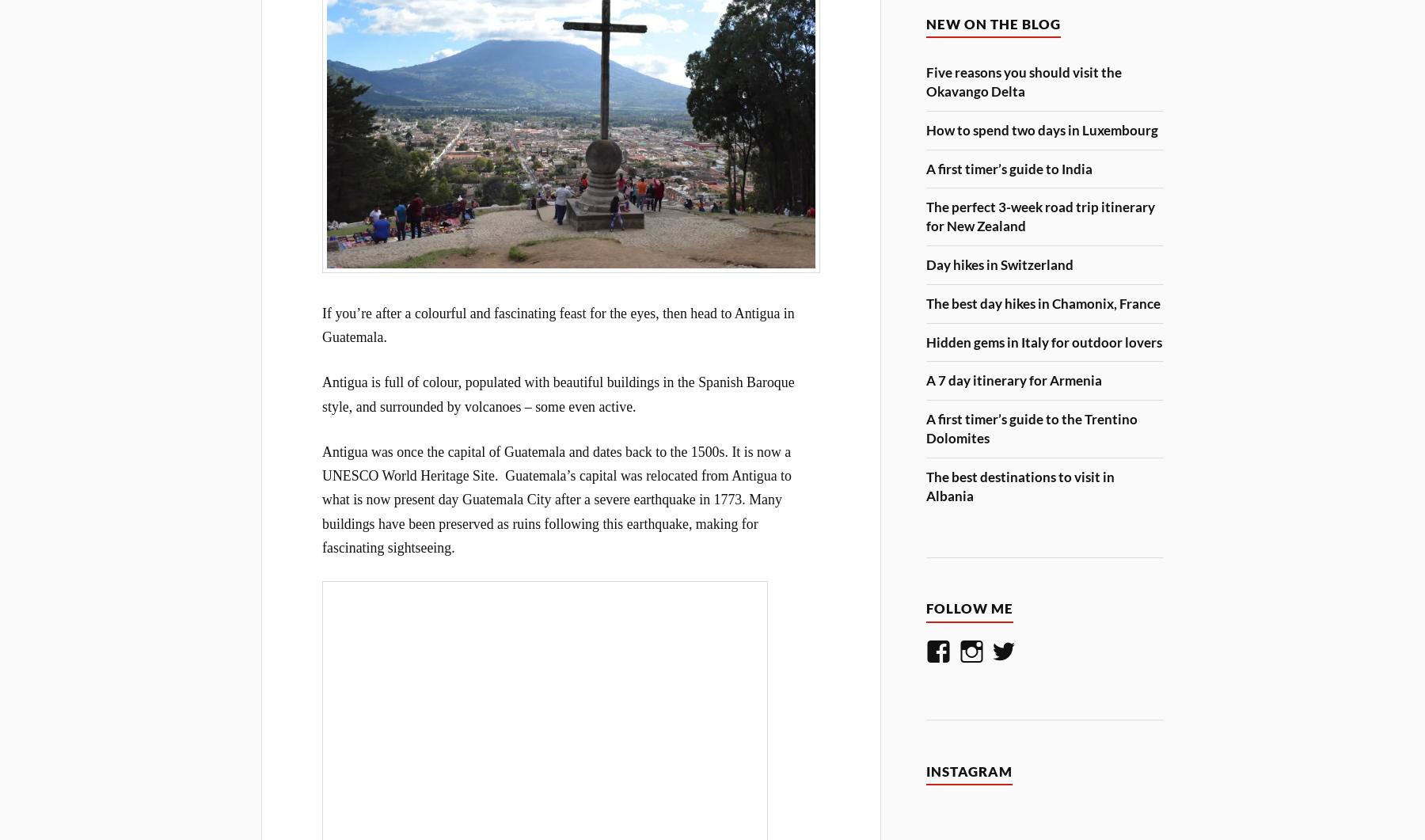  Describe the element at coordinates (1042, 129) in the screenshot. I see `'How to spend two days in Luxembourg'` at that location.